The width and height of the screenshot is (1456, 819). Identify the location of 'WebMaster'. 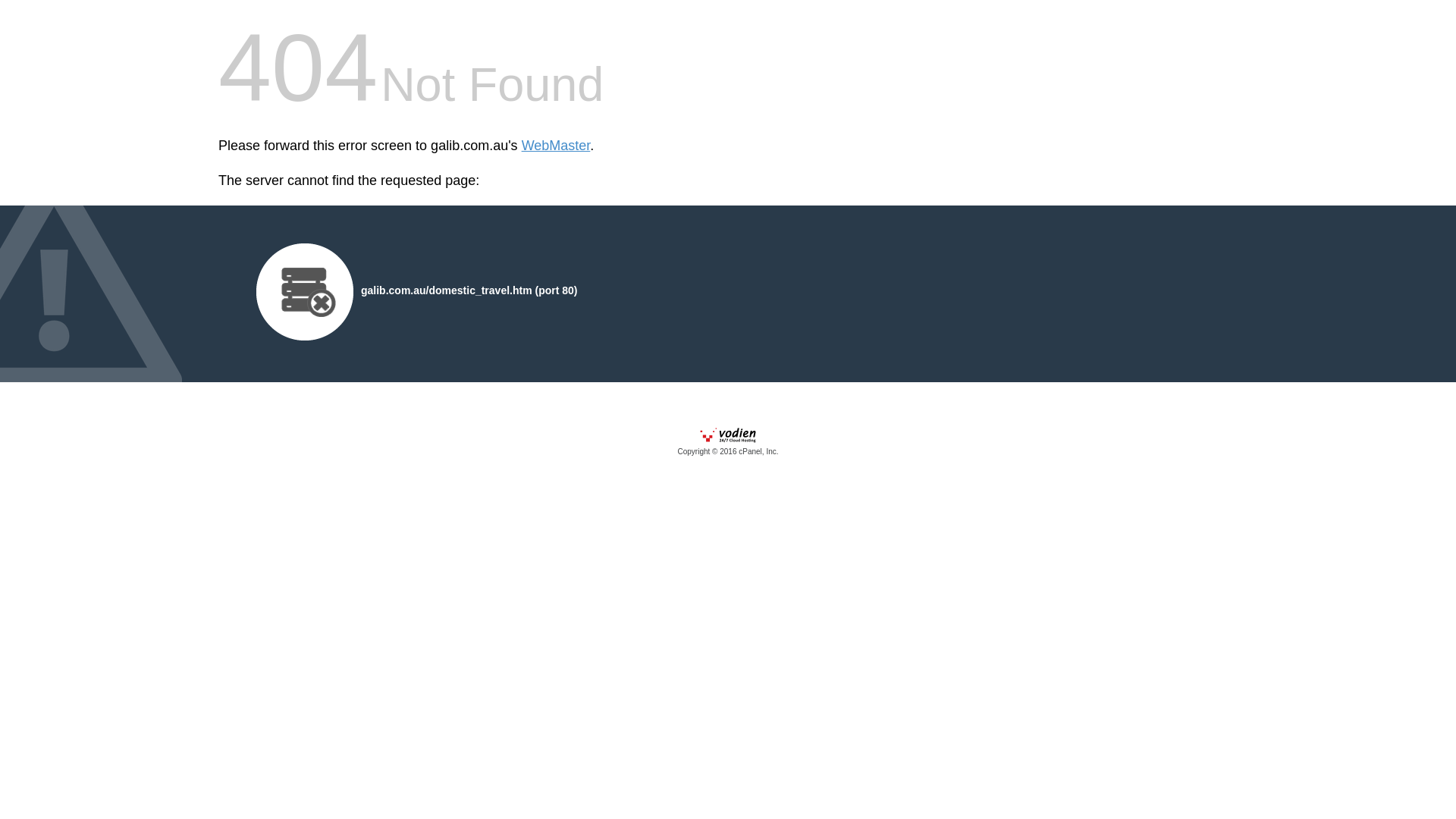
(521, 146).